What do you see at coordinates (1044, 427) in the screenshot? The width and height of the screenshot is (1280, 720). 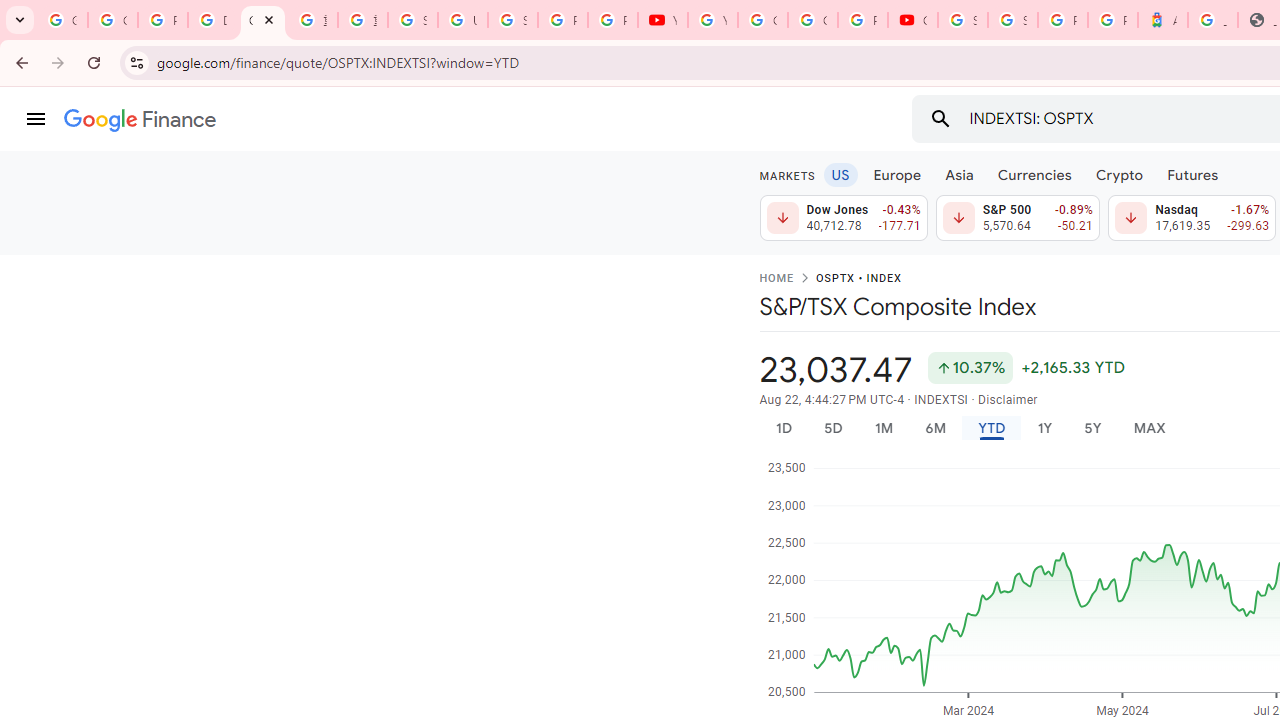 I see `'1Y'` at bounding box center [1044, 427].